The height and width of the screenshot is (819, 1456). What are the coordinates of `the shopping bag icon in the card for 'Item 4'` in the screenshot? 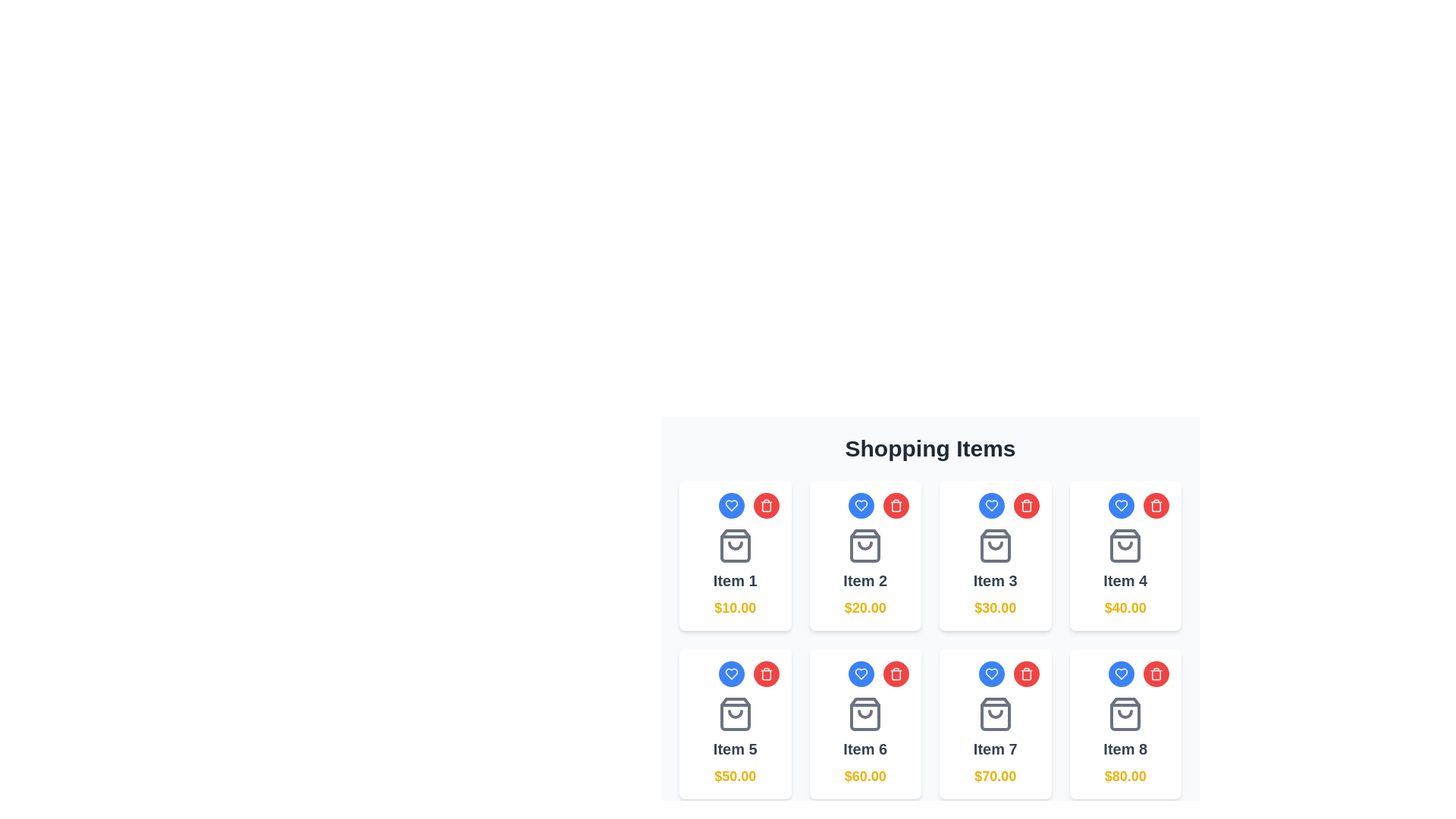 It's located at (1125, 546).